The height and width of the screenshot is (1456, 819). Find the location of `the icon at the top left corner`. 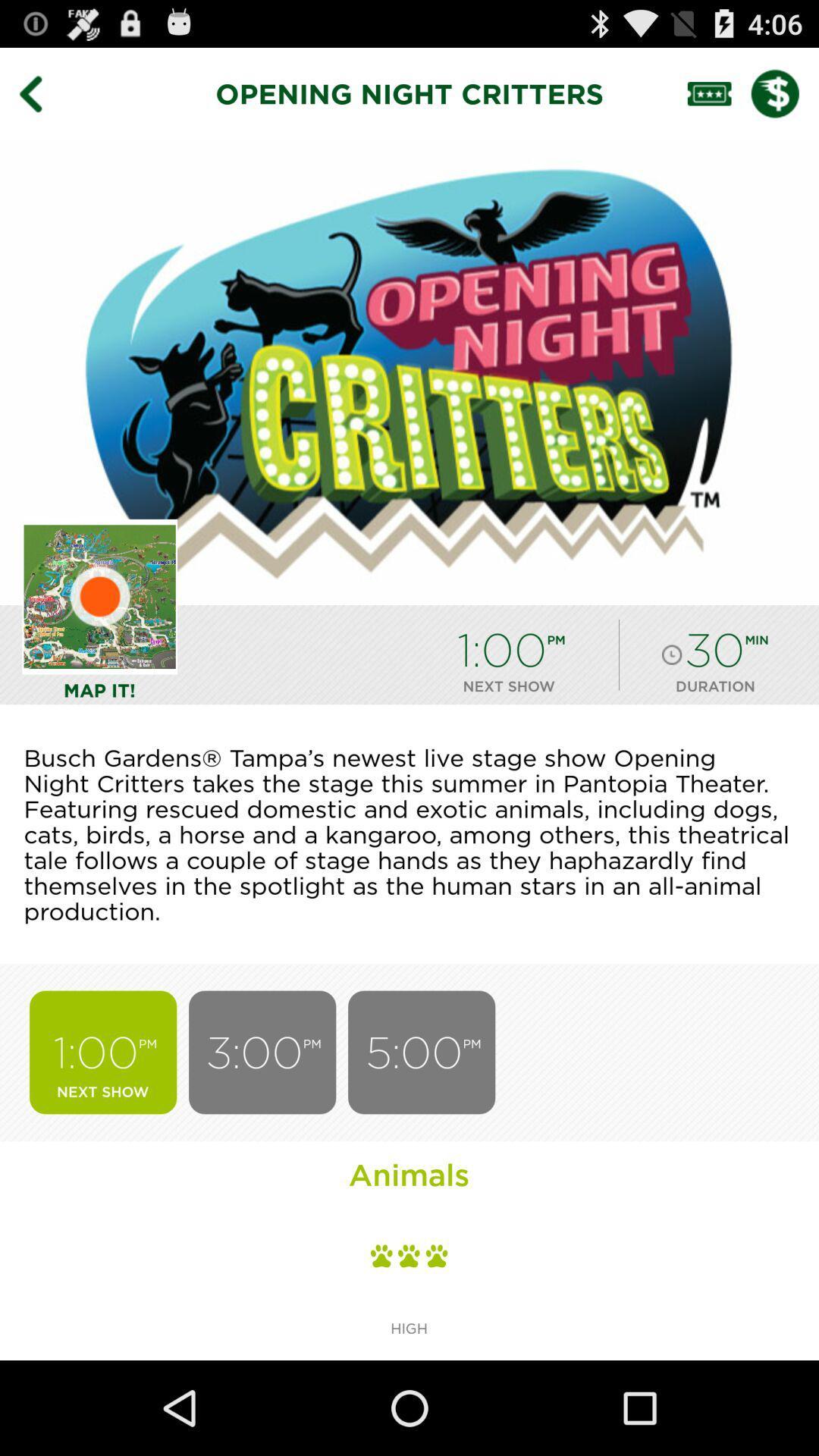

the icon at the top left corner is located at coordinates (41, 93).